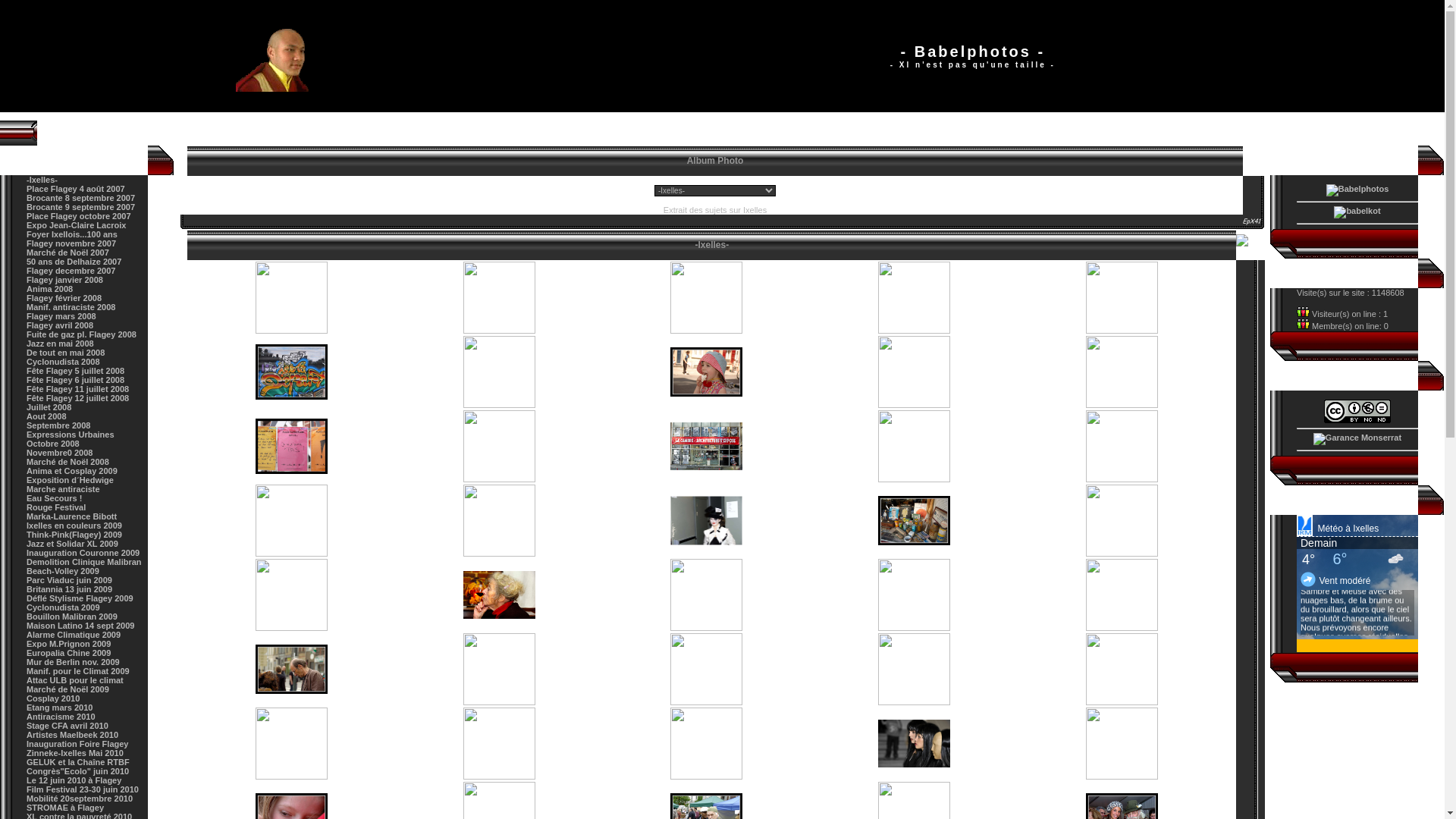  Describe the element at coordinates (73, 525) in the screenshot. I see `'Ixelles en couleurs 2009'` at that location.